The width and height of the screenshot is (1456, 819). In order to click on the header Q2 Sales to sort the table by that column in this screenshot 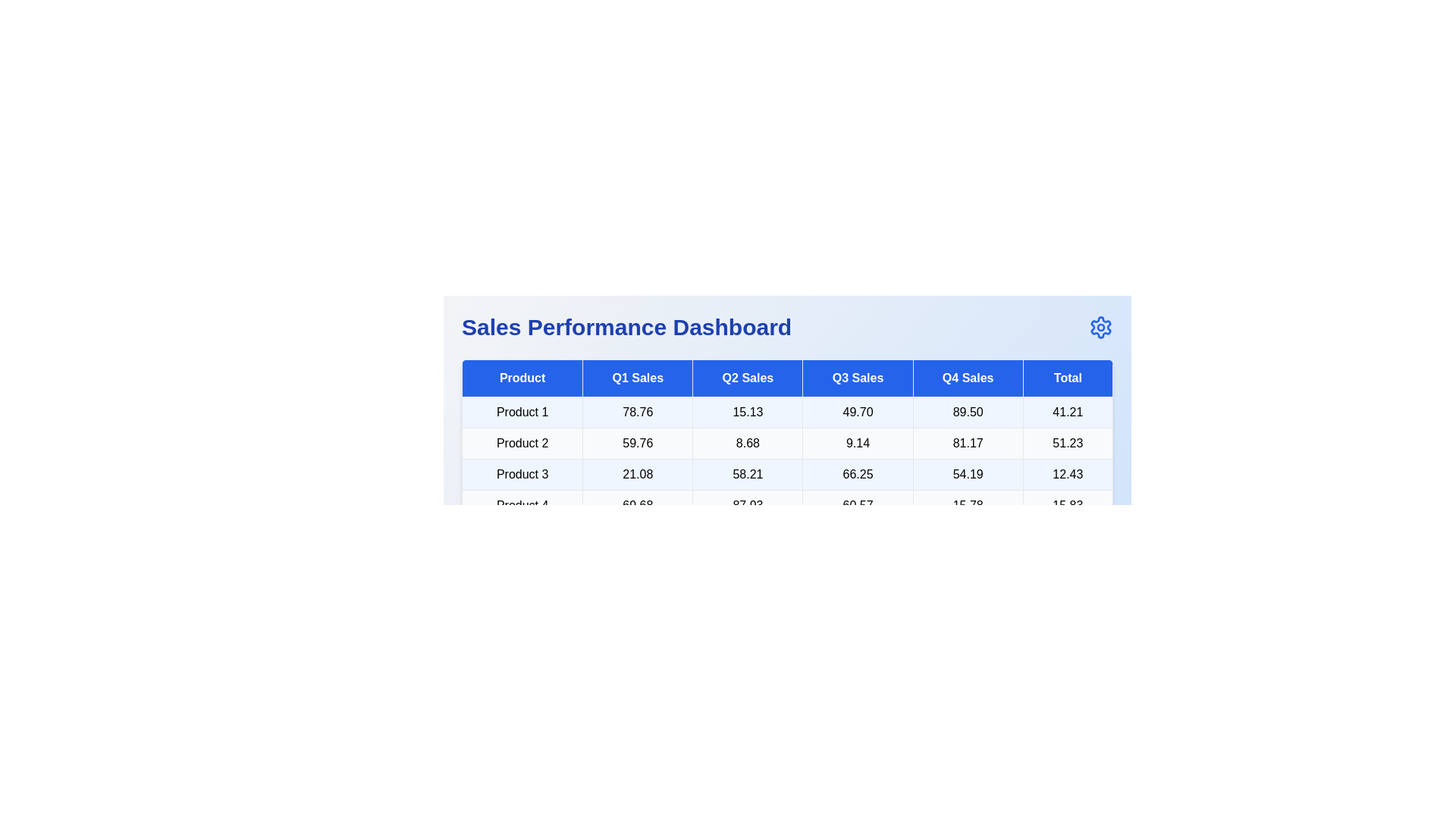, I will do `click(747, 377)`.